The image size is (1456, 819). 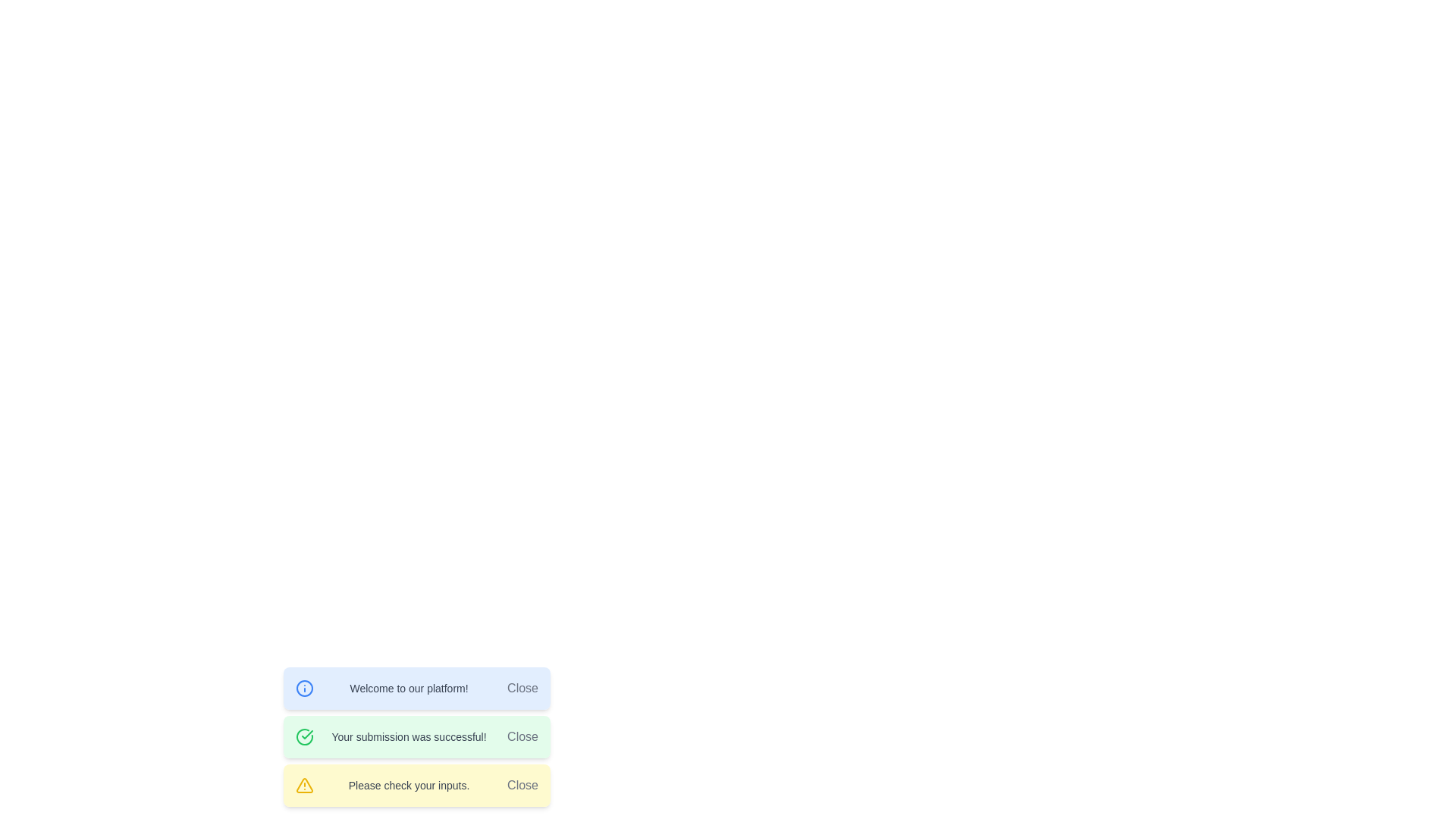 I want to click on the 'Close' button on the third warning notification box, which informs the user about an issue with their inputs, so click(x=417, y=785).